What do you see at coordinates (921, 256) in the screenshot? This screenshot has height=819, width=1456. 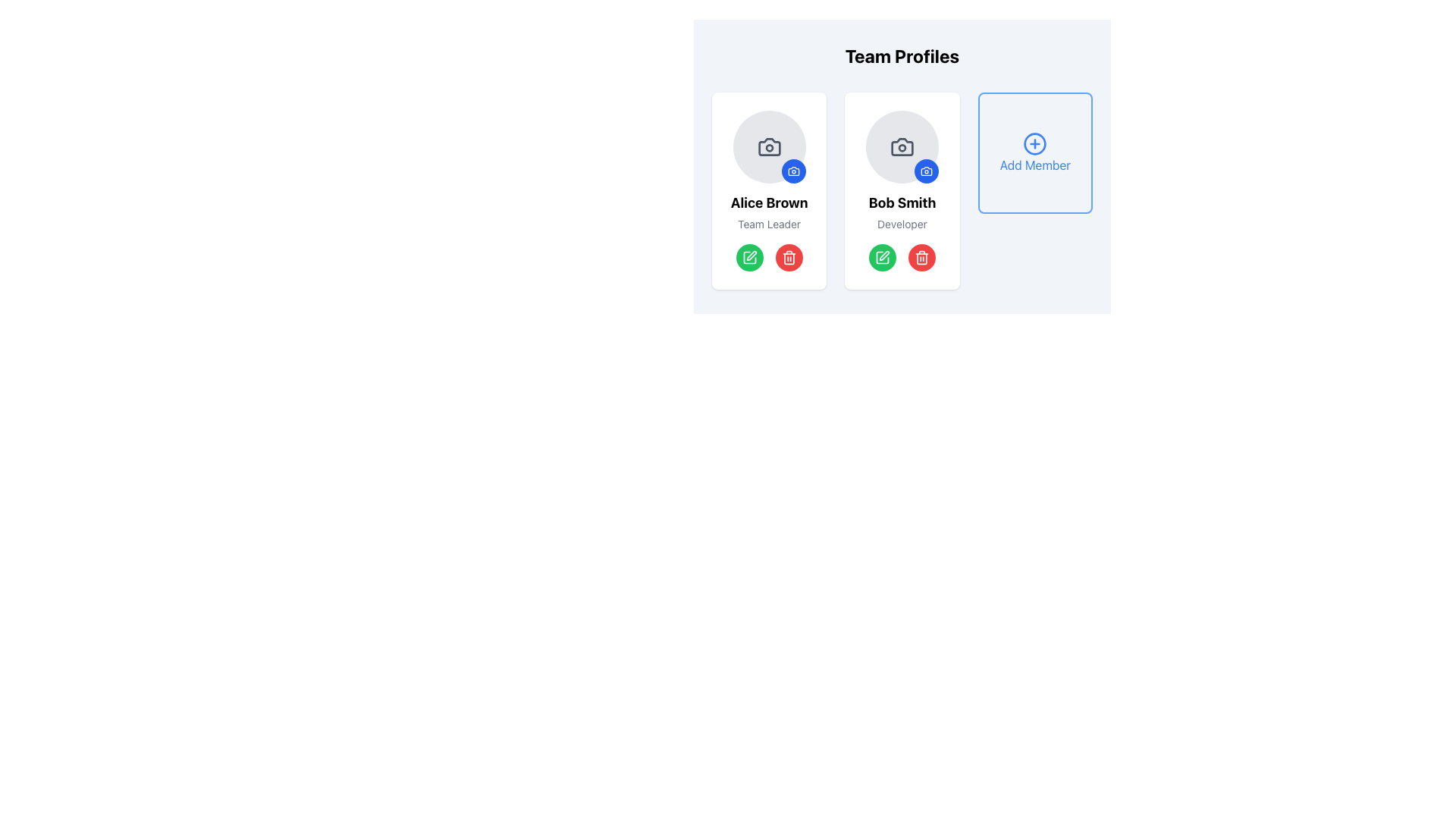 I see `the circular red button with a white trash bin icon in the bottom-right corner of Bob Smith's profile card` at bounding box center [921, 256].